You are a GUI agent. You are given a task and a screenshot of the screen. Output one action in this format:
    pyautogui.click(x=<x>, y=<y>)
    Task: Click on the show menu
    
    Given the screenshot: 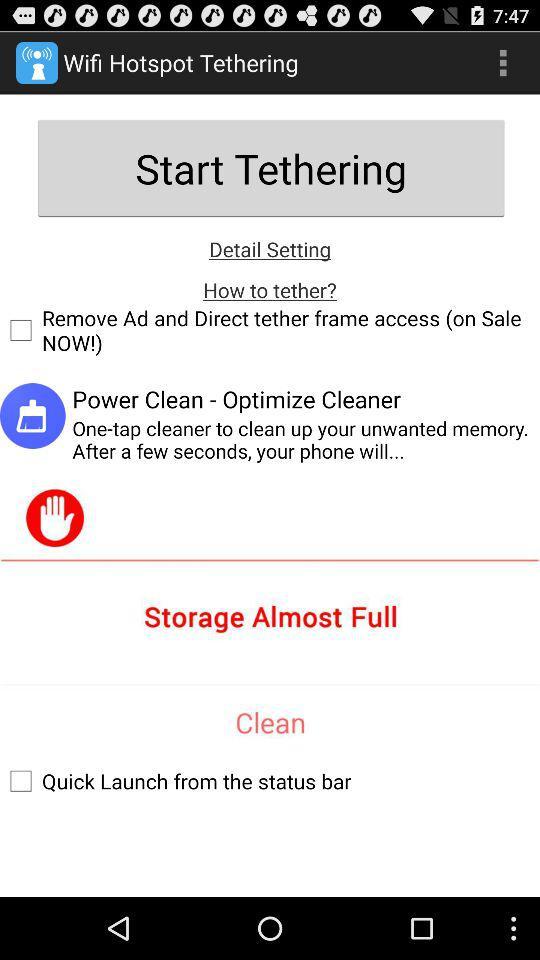 What is the action you would take?
    pyautogui.click(x=502, y=62)
    